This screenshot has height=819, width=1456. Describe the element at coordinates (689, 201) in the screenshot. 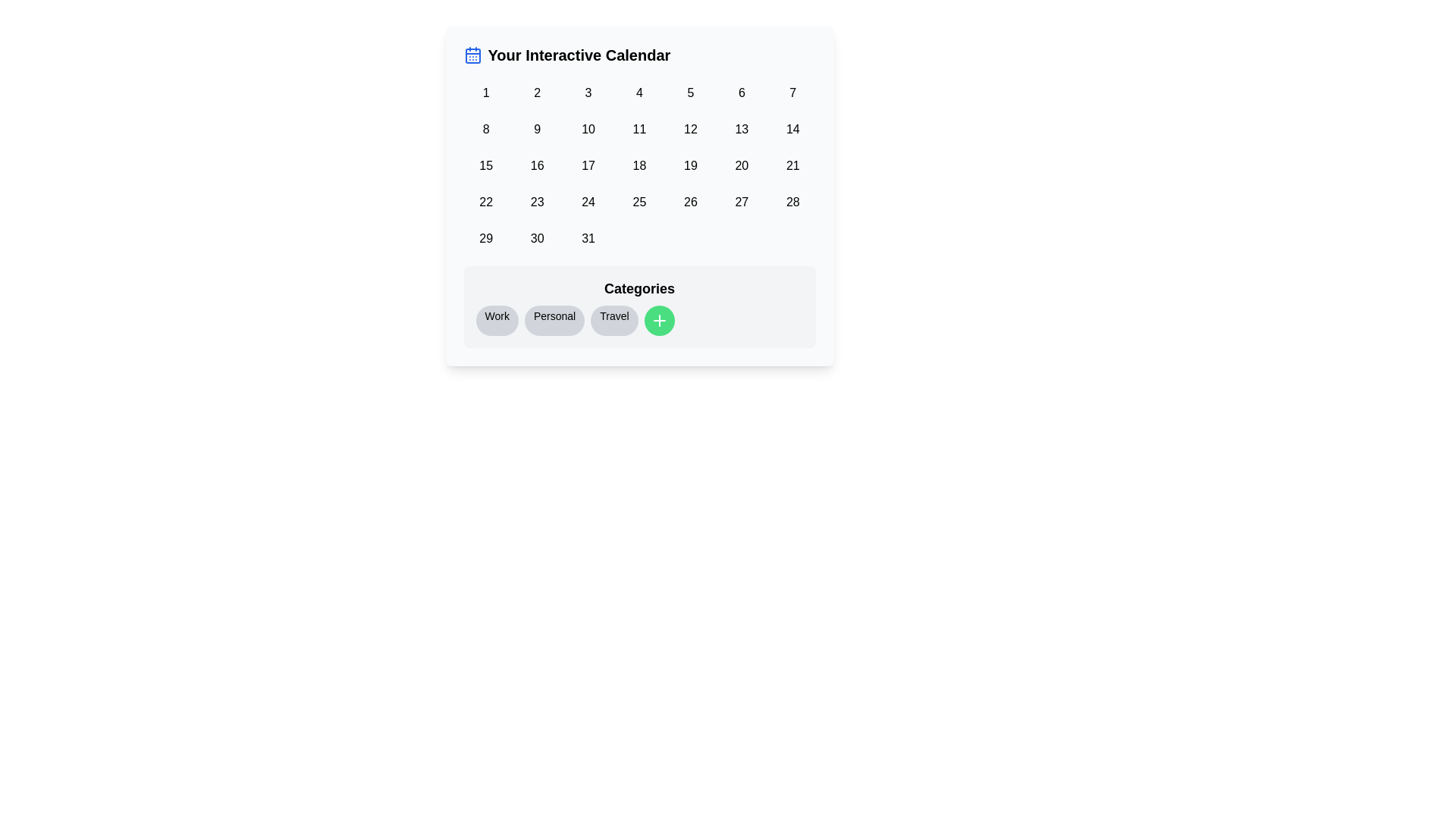

I see `the calendar date button representing '26'` at that location.